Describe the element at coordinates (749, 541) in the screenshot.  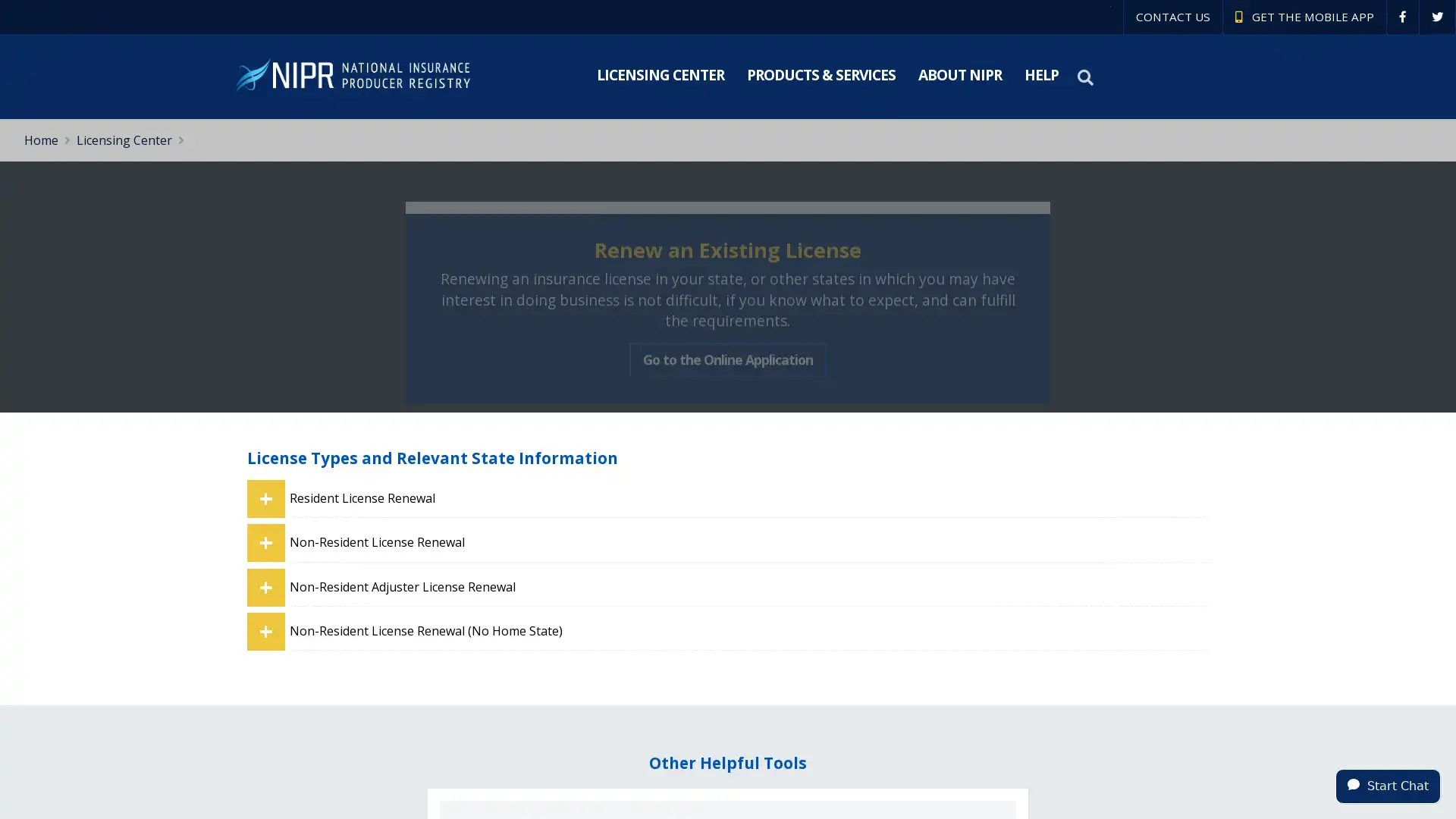
I see `Non-Resident License Renewal` at that location.